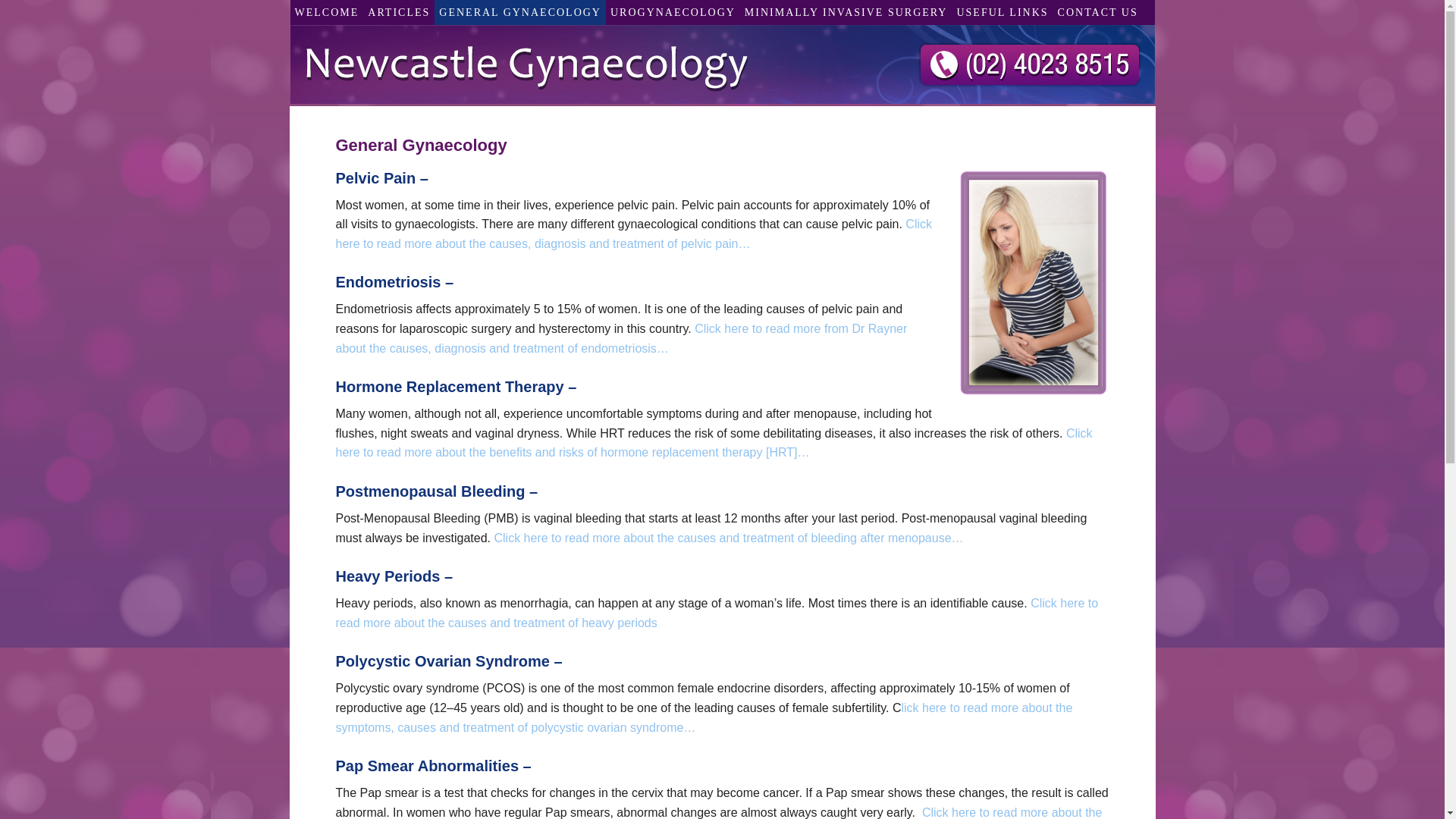 This screenshot has height=819, width=1456. Describe the element at coordinates (290, 12) in the screenshot. I see `'WELCOME'` at that location.